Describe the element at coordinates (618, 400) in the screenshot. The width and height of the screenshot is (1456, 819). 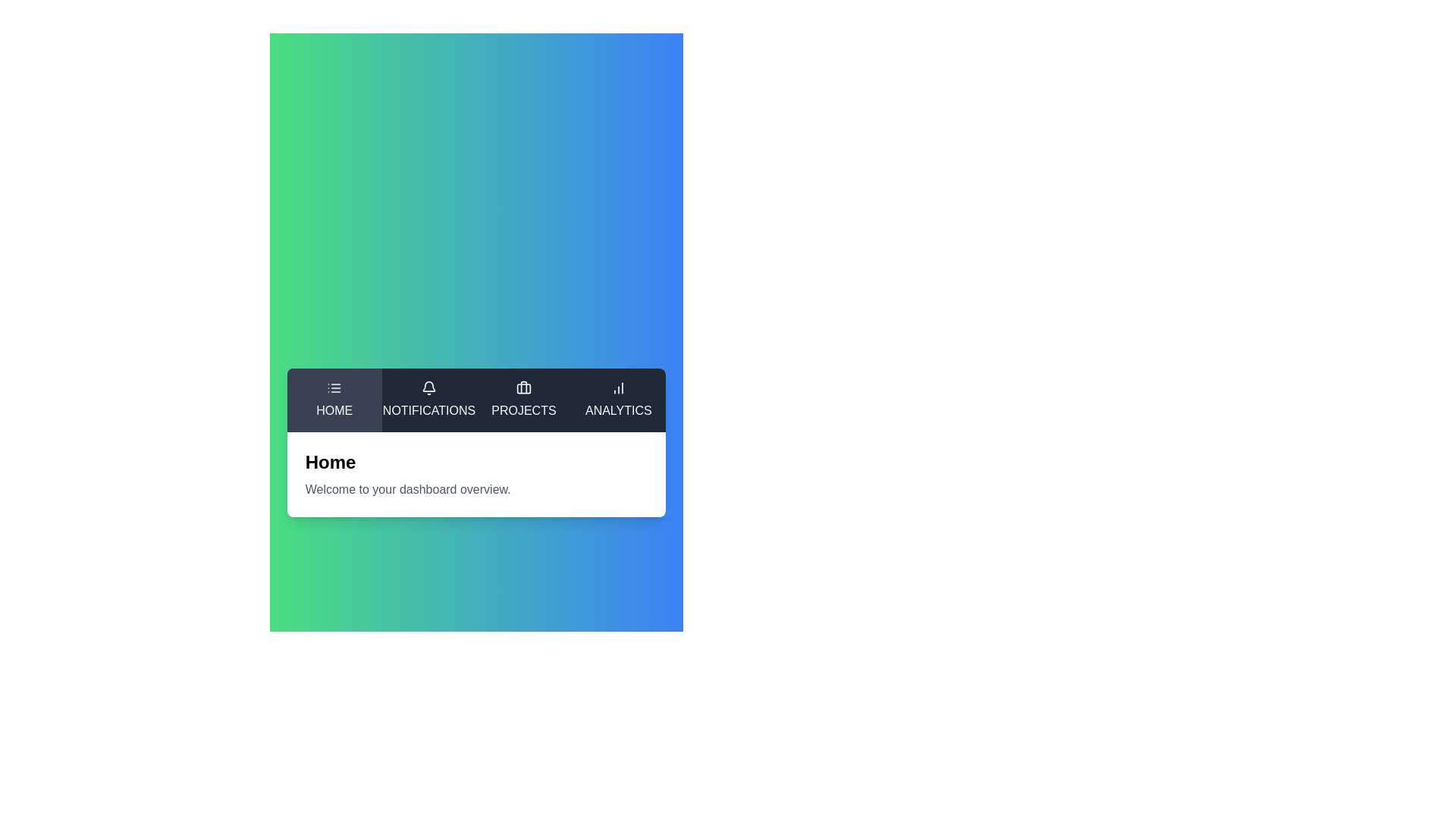
I see `the tab labeled Analytics to switch to it` at that location.